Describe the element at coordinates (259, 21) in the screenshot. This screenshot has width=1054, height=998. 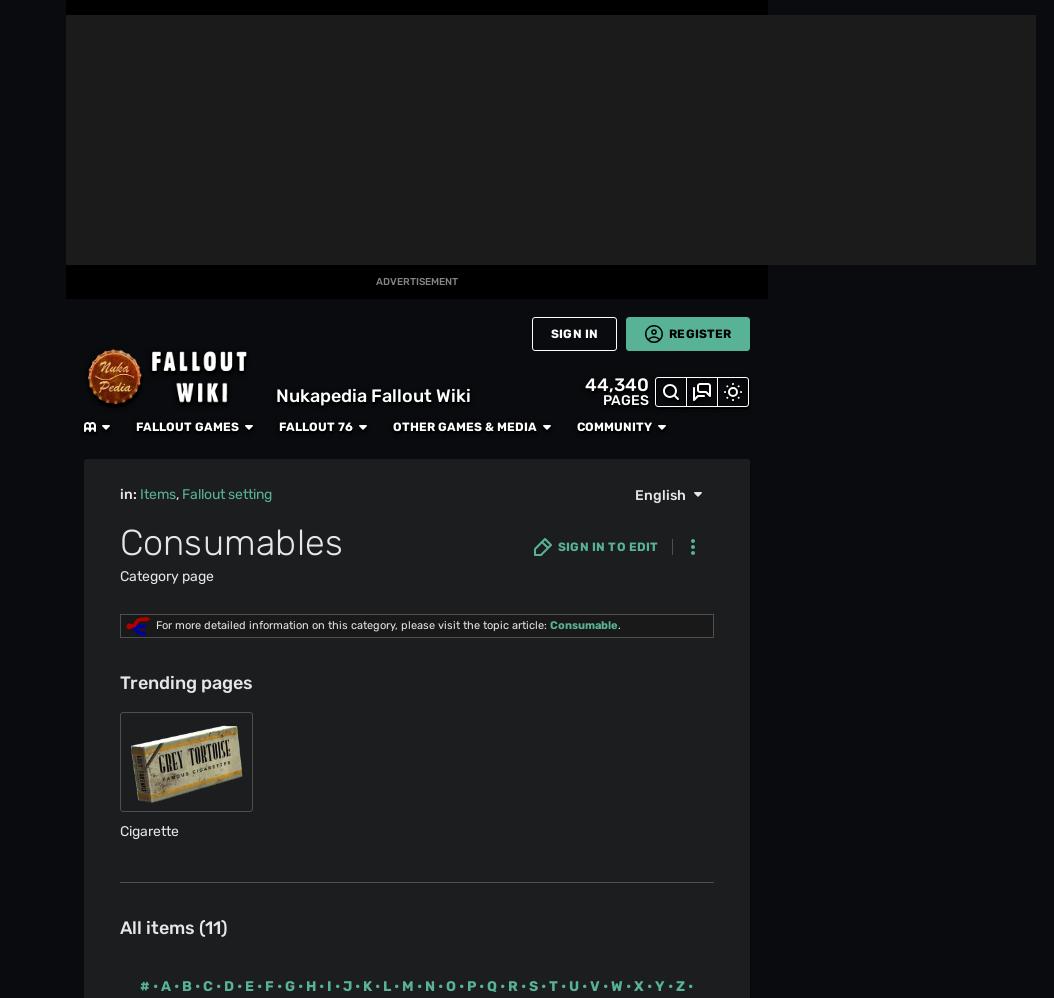
I see `'Fallout games'` at that location.